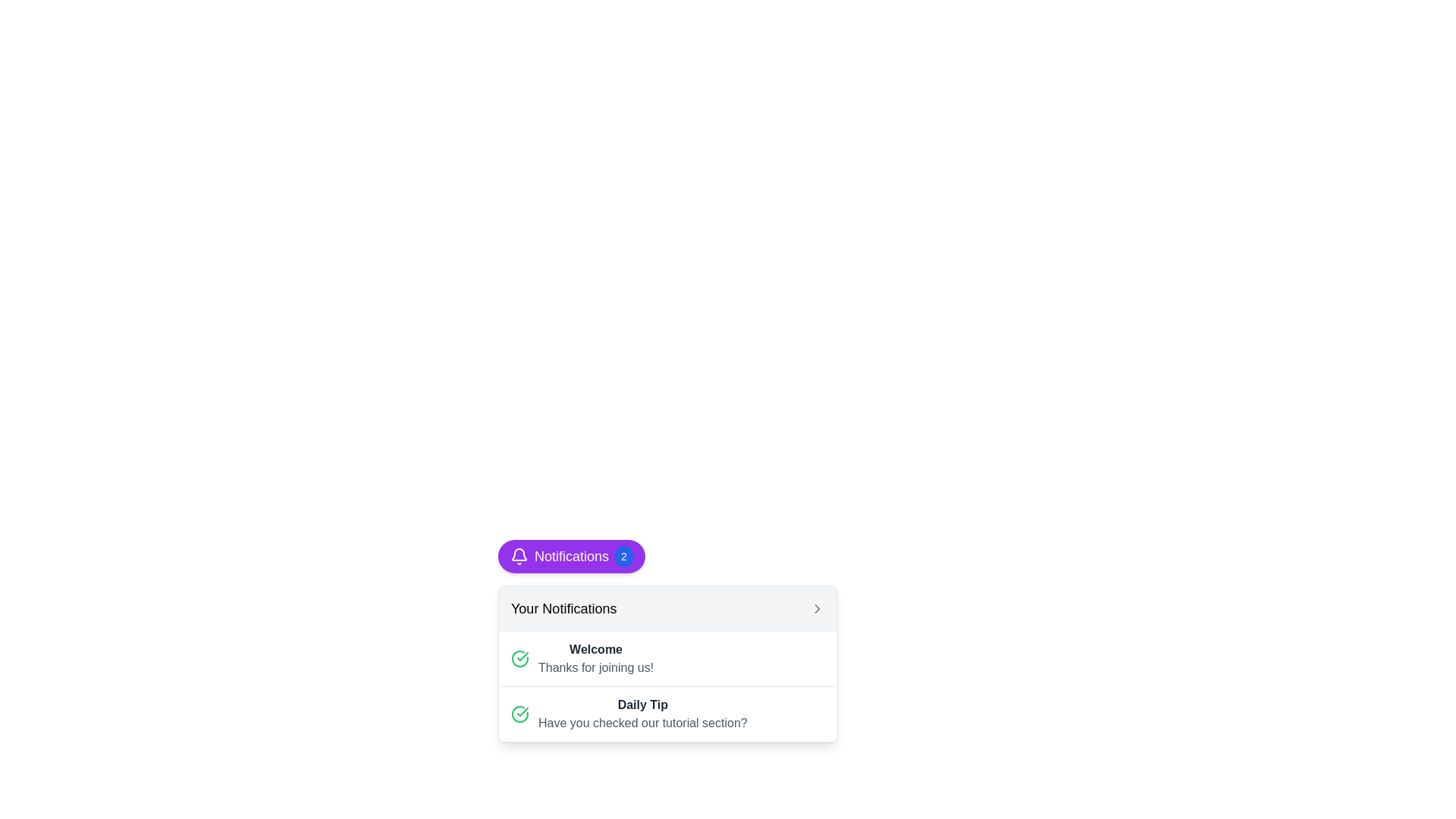 This screenshot has width=1456, height=819. What do you see at coordinates (667, 714) in the screenshot?
I see `the second notification in the 'Your Notifications' section which contains a green checkmark icon and the text 'Daily Tip' followed by 'Have you checked our tutorial section?'` at bounding box center [667, 714].